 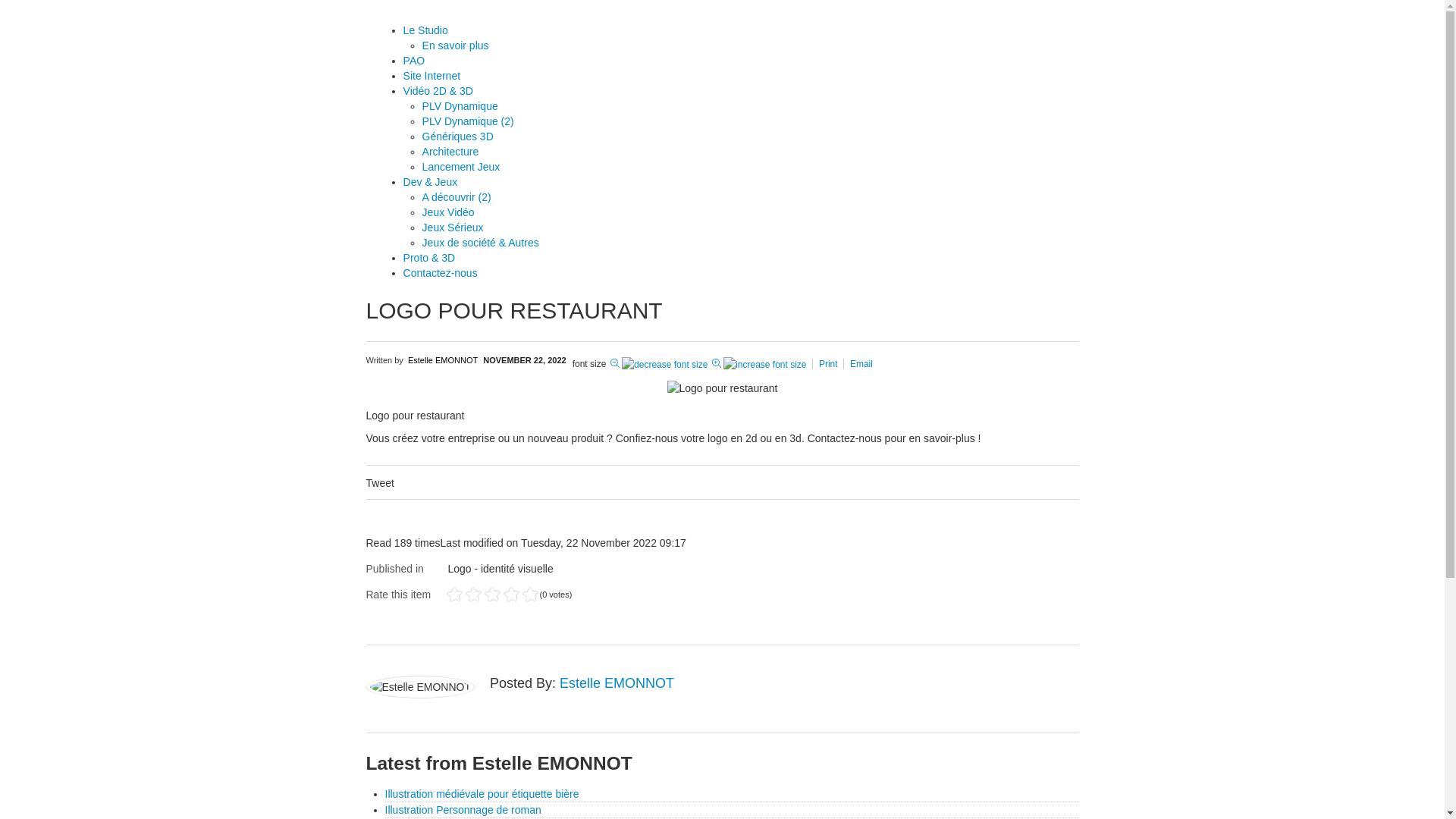 What do you see at coordinates (861, 363) in the screenshot?
I see `'Email'` at bounding box center [861, 363].